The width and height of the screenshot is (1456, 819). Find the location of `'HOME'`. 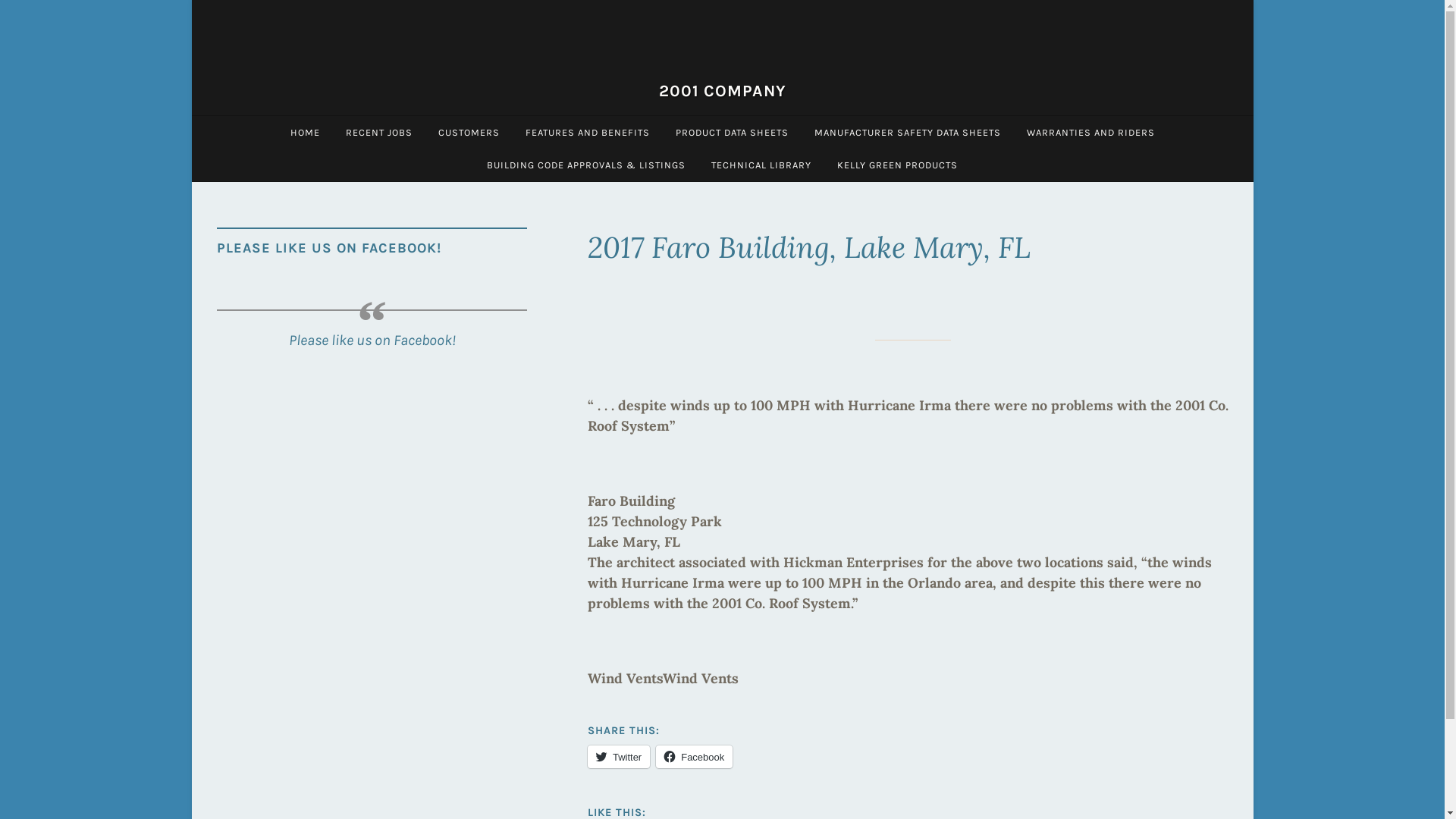

'HOME' is located at coordinates (304, 131).